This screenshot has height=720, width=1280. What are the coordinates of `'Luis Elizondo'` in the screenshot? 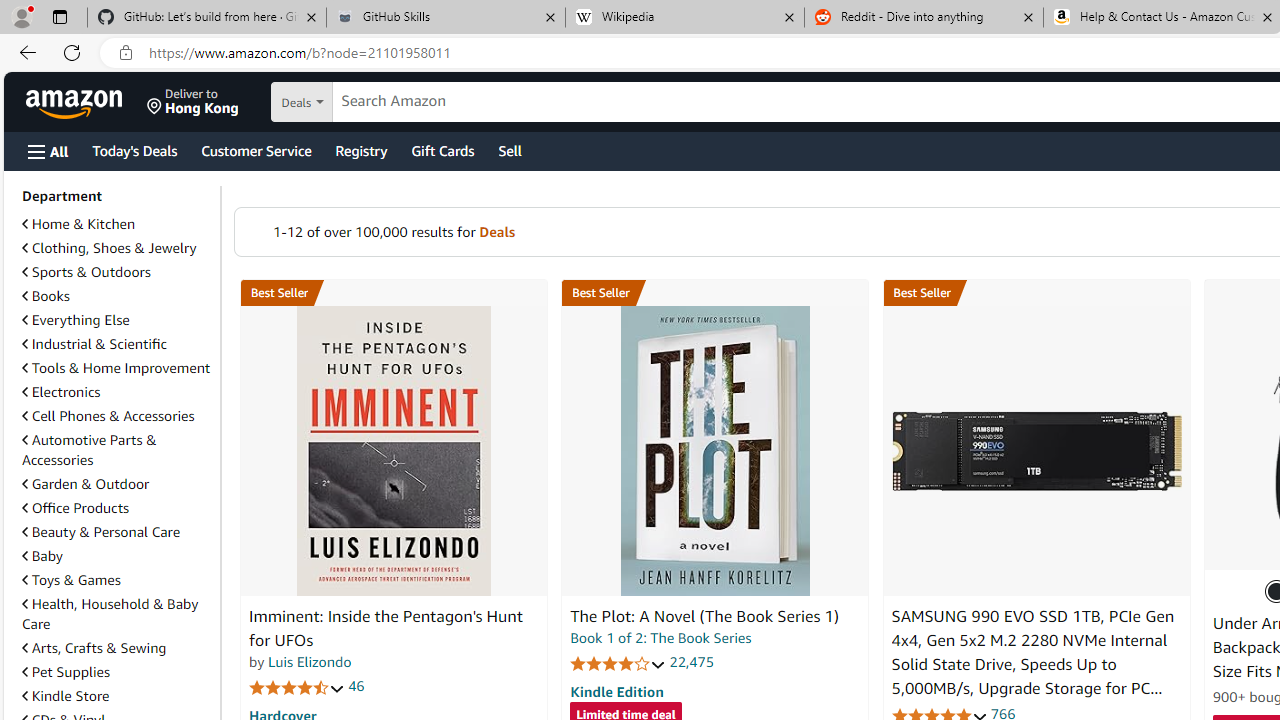 It's located at (308, 662).